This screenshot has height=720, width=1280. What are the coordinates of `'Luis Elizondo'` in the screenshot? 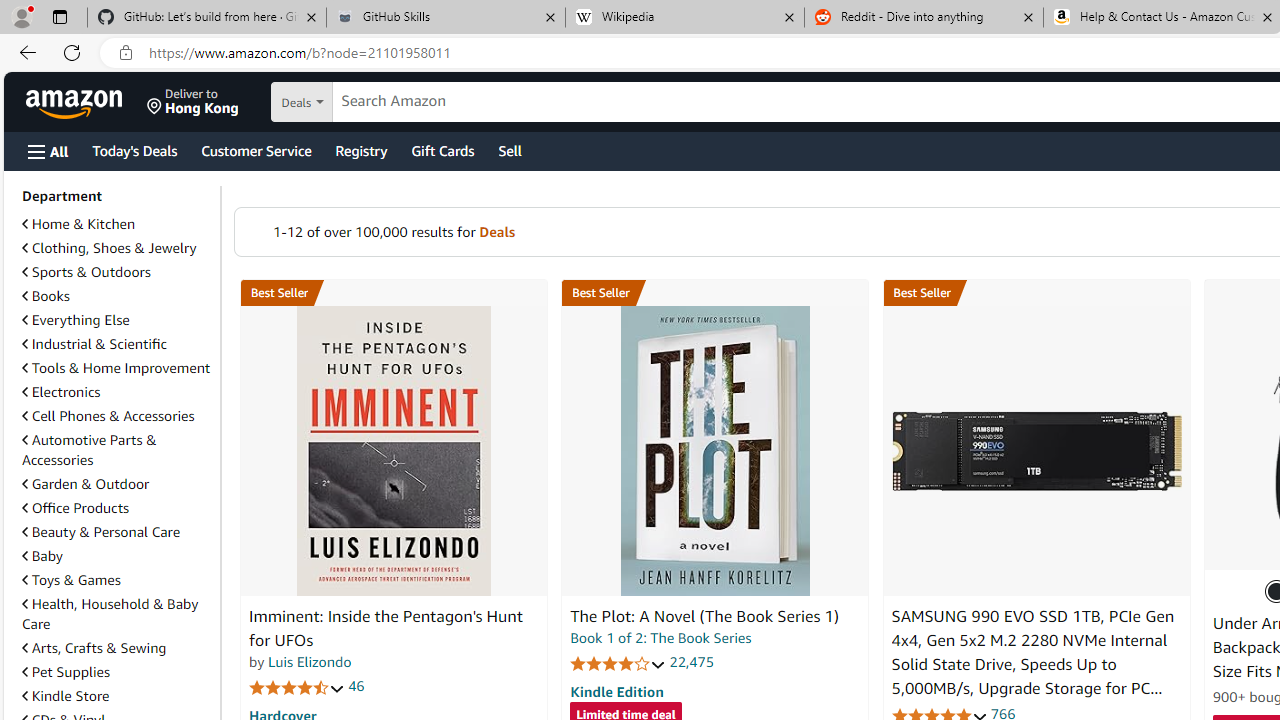 It's located at (308, 662).